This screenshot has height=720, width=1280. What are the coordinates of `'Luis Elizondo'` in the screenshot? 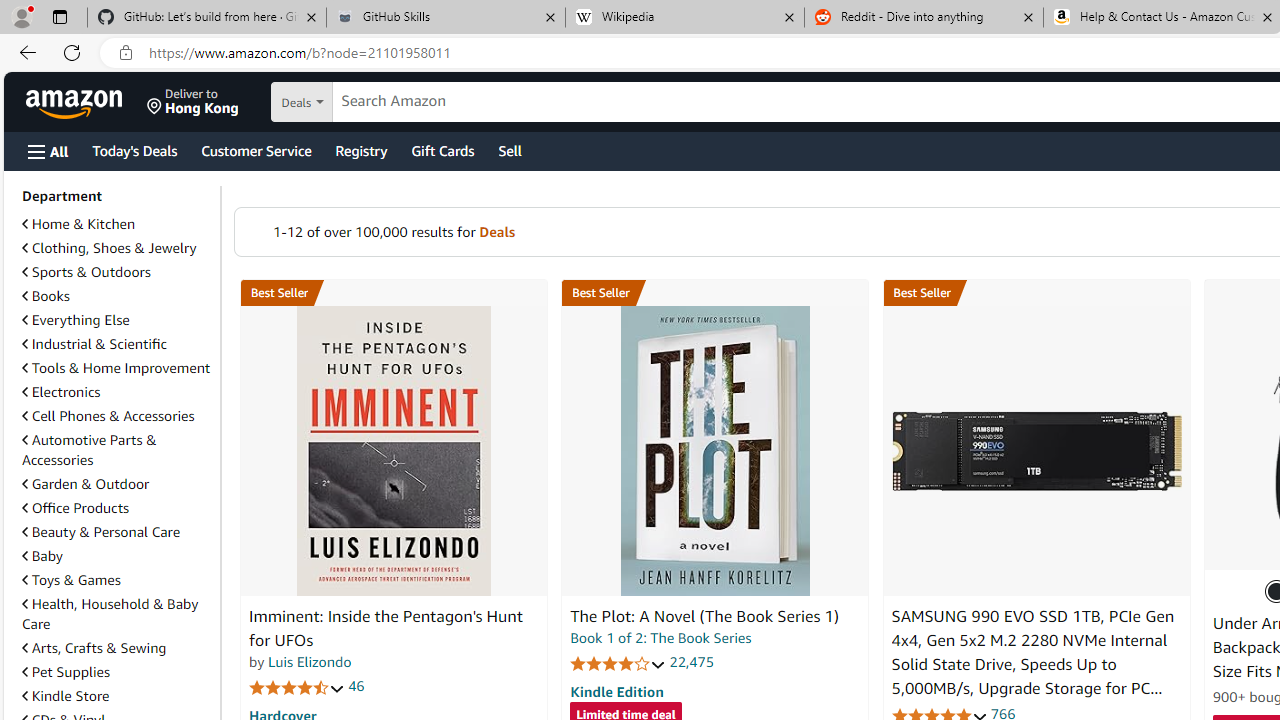 It's located at (308, 662).